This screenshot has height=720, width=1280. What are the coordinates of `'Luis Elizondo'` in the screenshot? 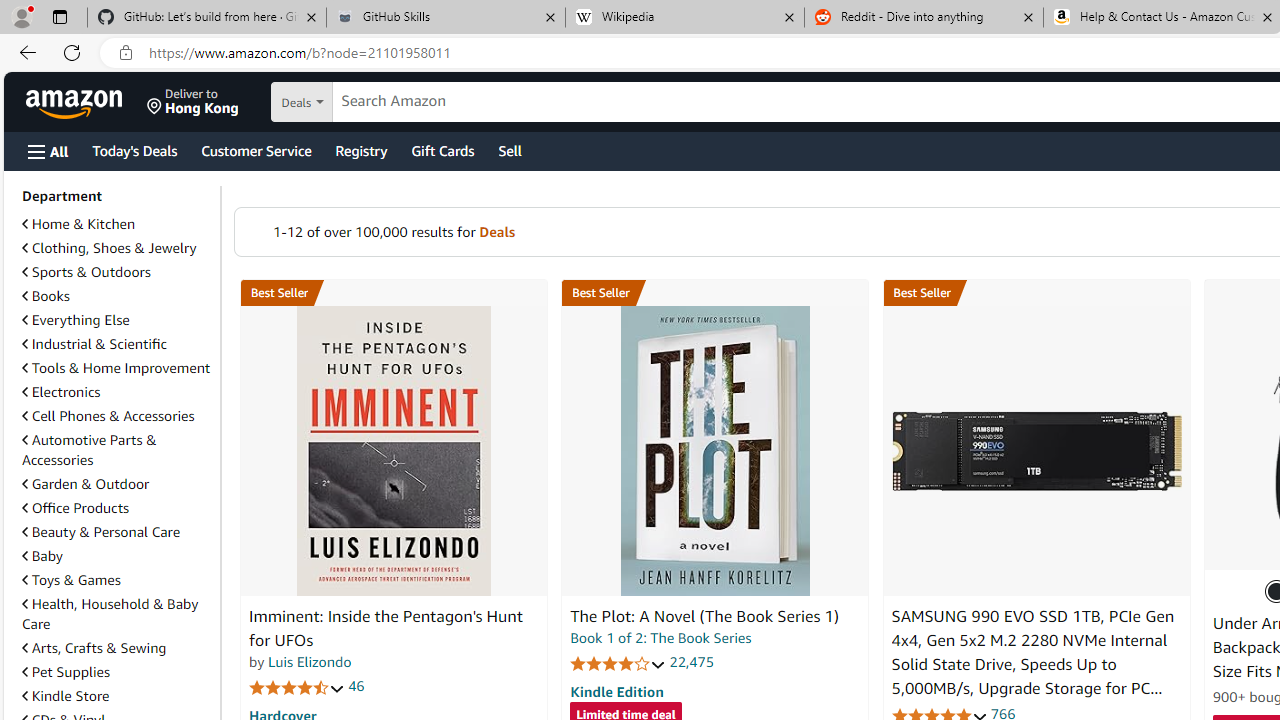 It's located at (308, 662).